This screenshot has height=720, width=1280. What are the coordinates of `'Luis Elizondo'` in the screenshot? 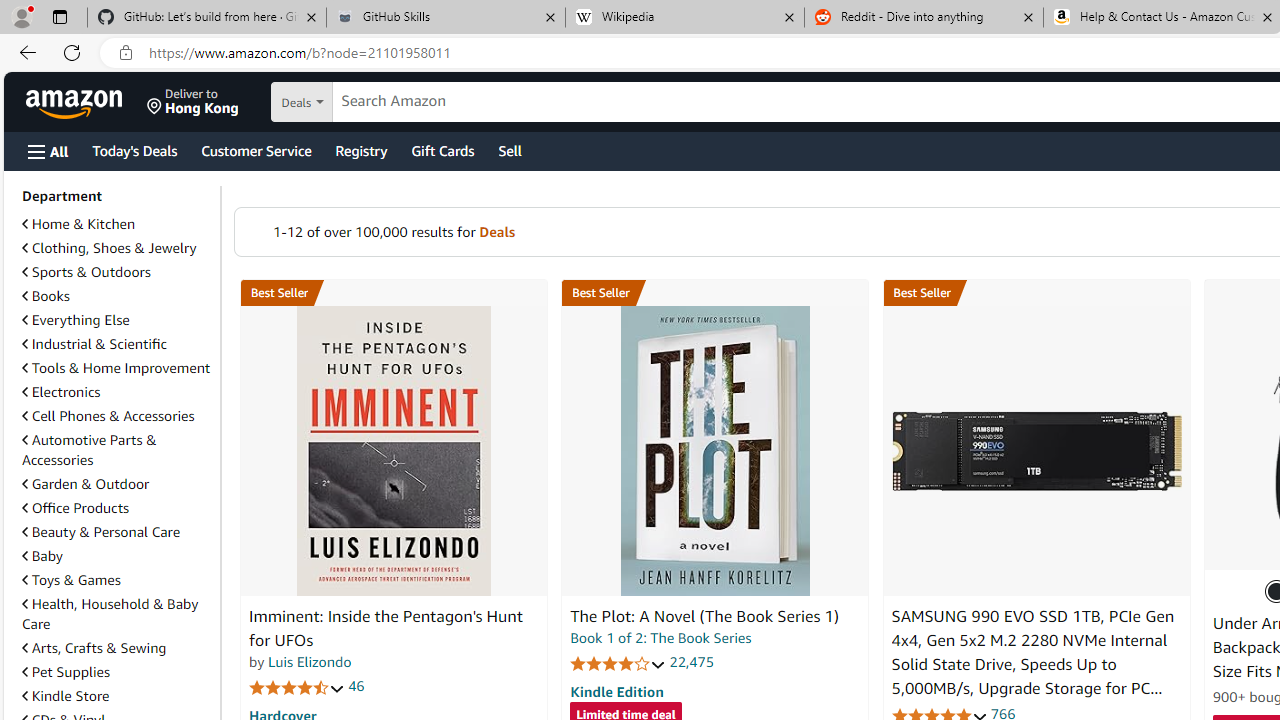 It's located at (308, 662).